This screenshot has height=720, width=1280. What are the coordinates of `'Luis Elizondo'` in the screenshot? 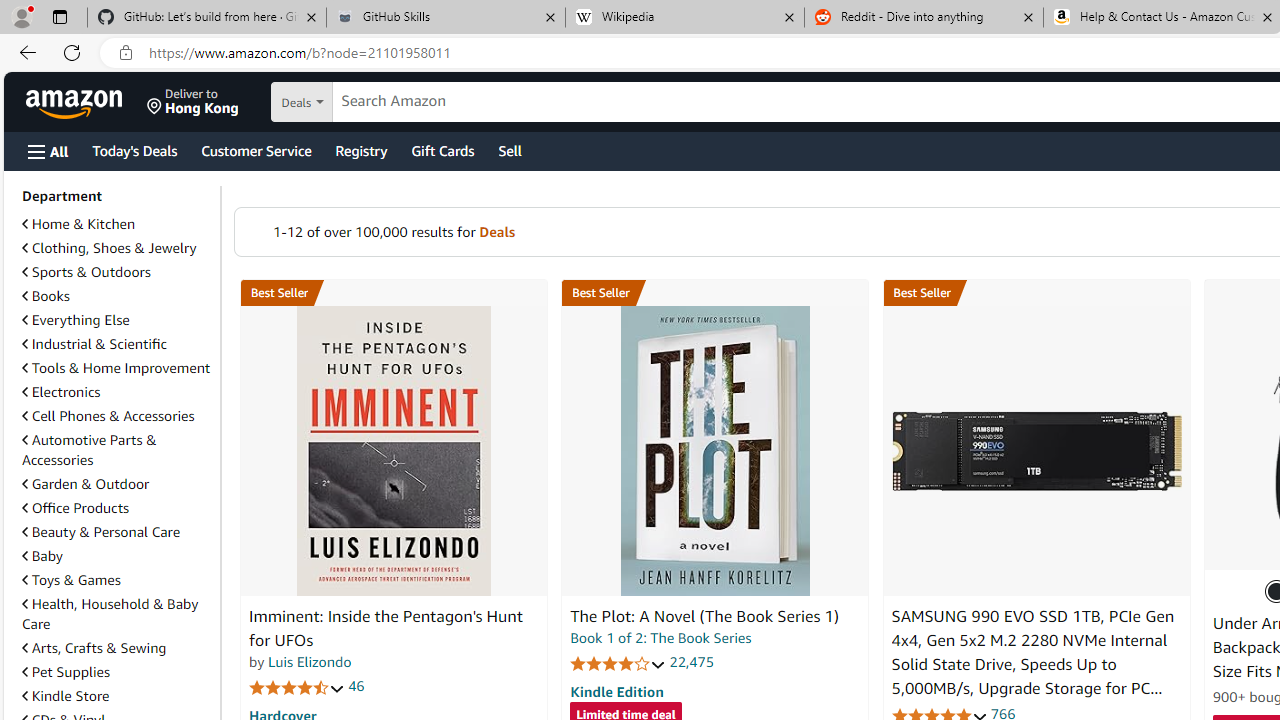 It's located at (308, 662).